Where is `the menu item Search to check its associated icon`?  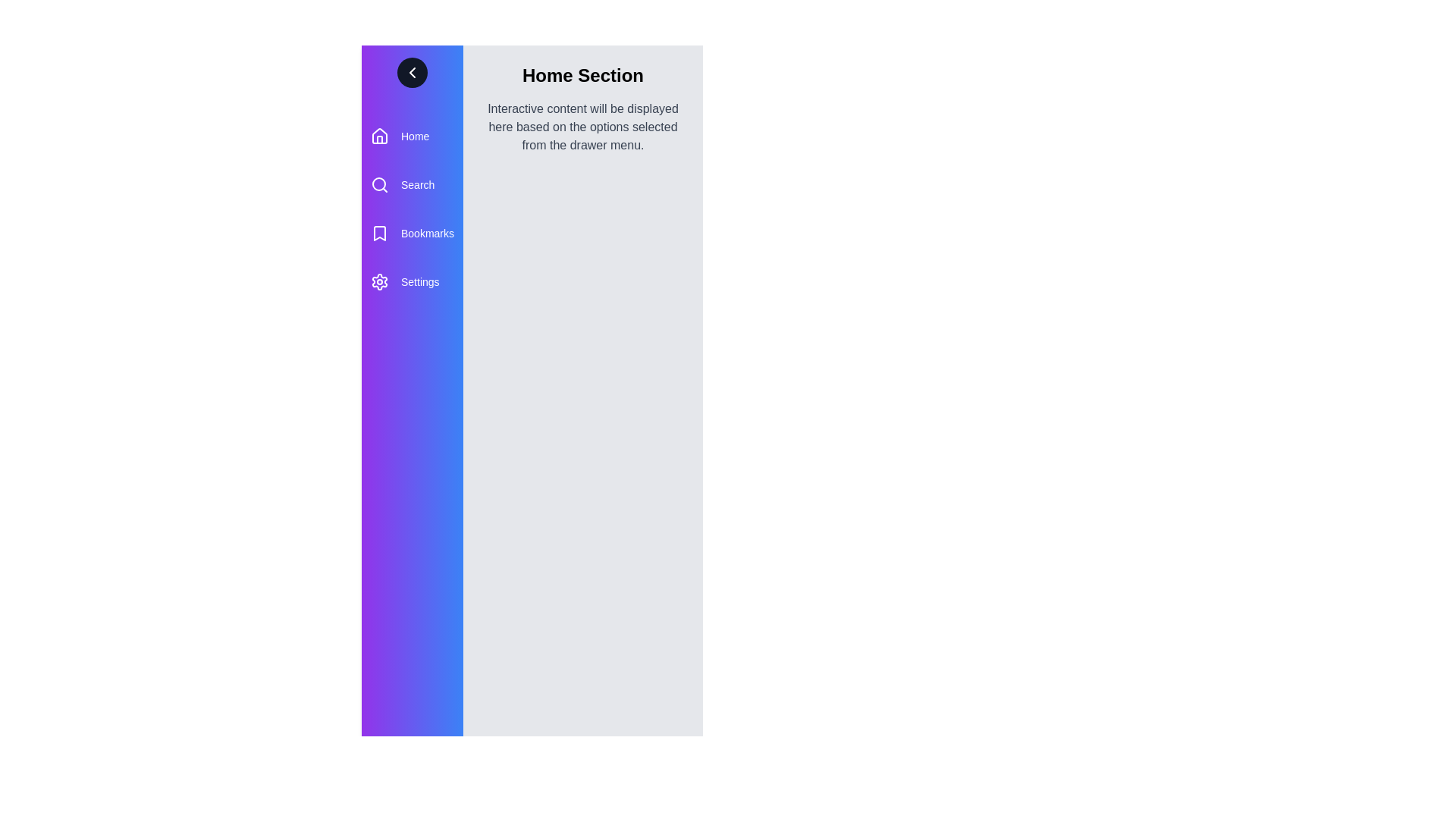 the menu item Search to check its associated icon is located at coordinates (379, 184).